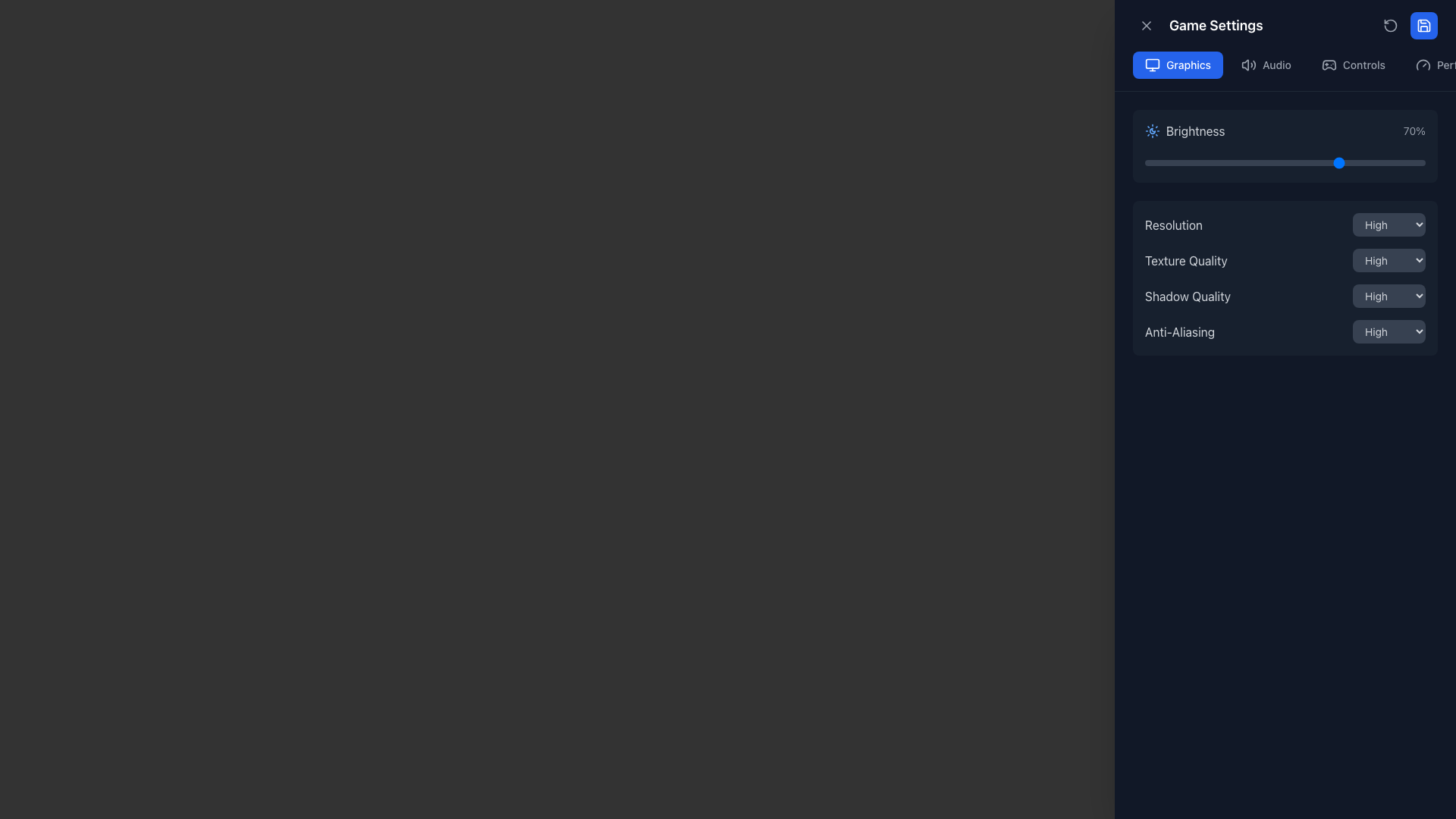 The height and width of the screenshot is (819, 1456). Describe the element at coordinates (1147, 26) in the screenshot. I see `the close button icon (represented as an 'X') in the top-left corner of the settings panel` at that location.